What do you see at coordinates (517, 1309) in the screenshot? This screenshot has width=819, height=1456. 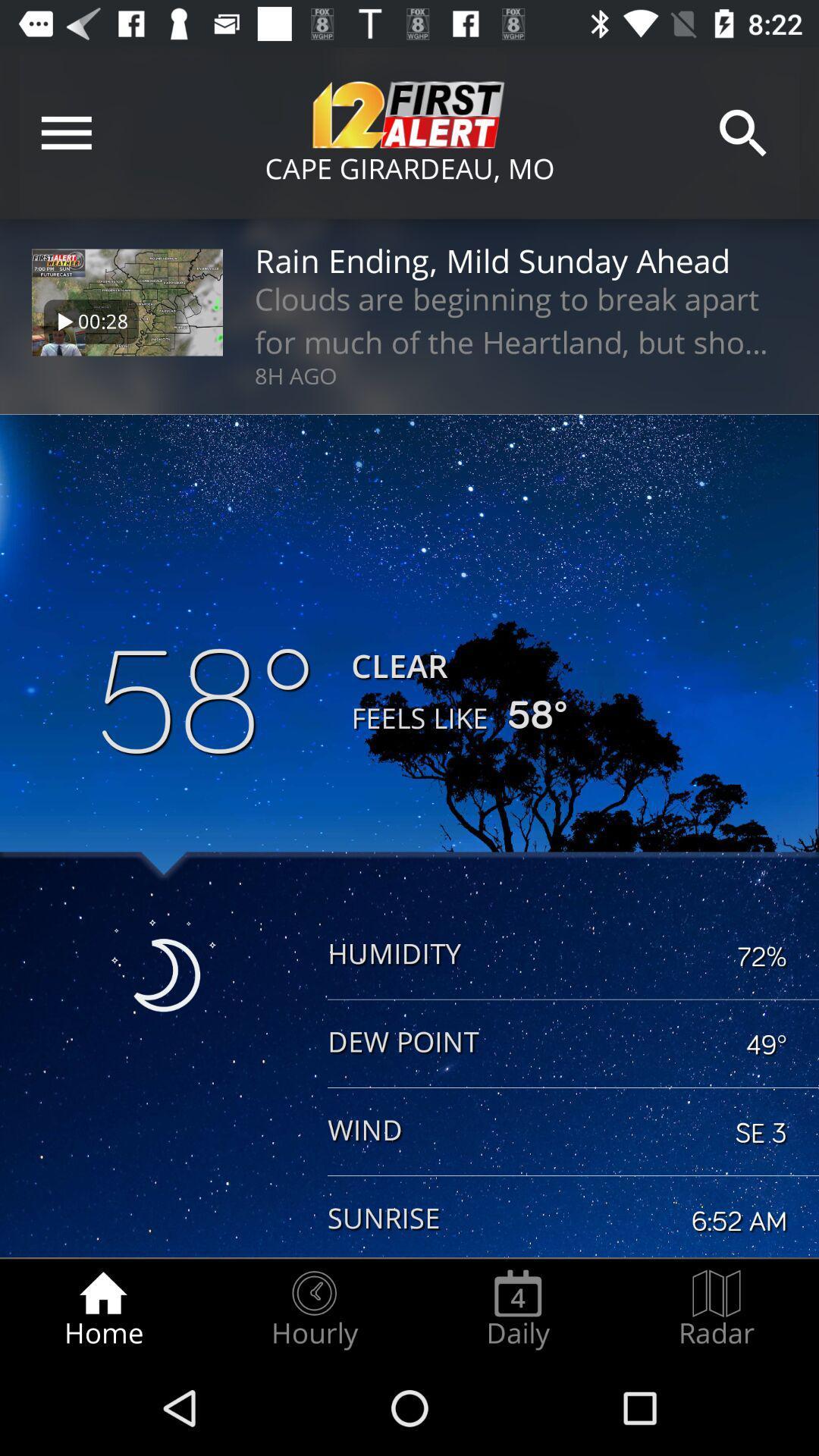 I see `the daily radio button` at bounding box center [517, 1309].